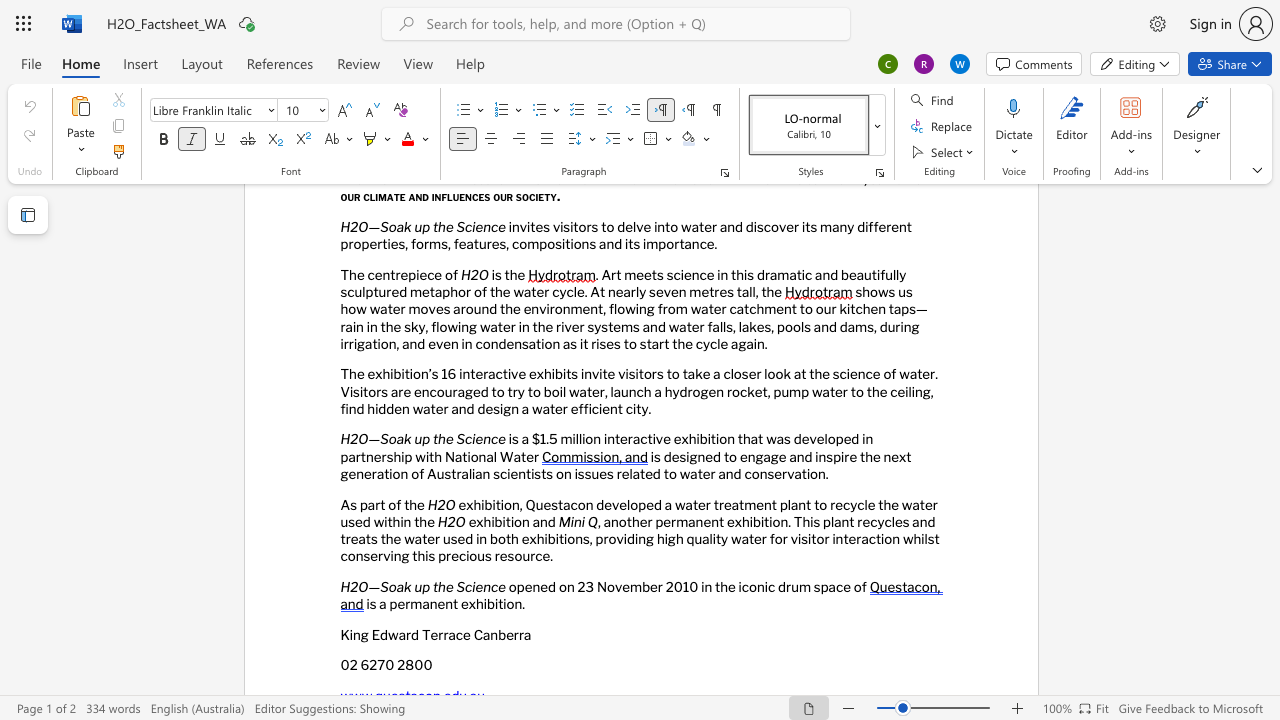 This screenshot has width=1280, height=720. Describe the element at coordinates (345, 503) in the screenshot. I see `the 1th character "A" in the text` at that location.